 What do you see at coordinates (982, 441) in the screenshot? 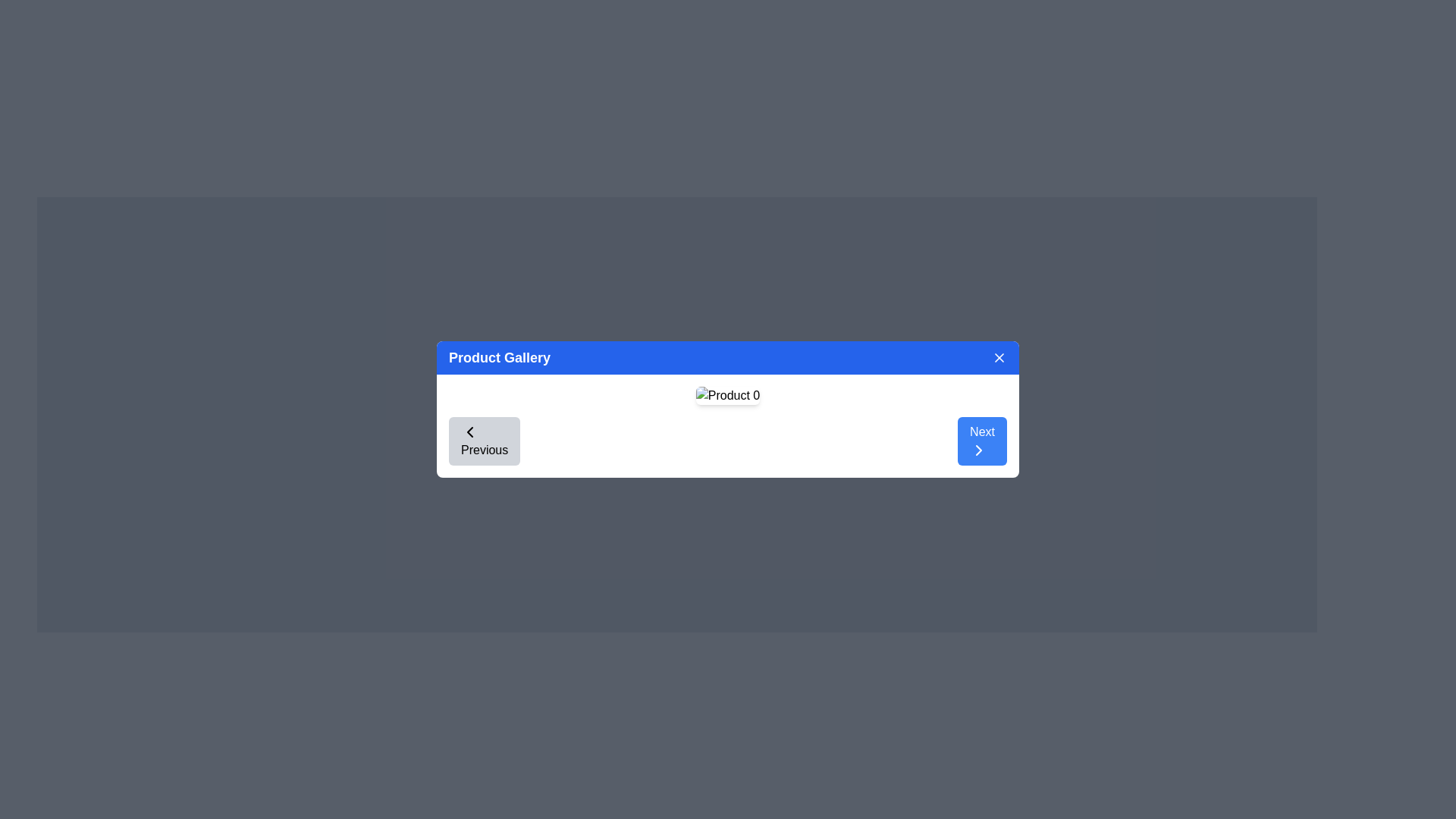
I see `the 'Next' button, which is a rectangular button with a blue background and rounded corners, featuring the text 'Next' in white and a right-chevron icon` at bounding box center [982, 441].